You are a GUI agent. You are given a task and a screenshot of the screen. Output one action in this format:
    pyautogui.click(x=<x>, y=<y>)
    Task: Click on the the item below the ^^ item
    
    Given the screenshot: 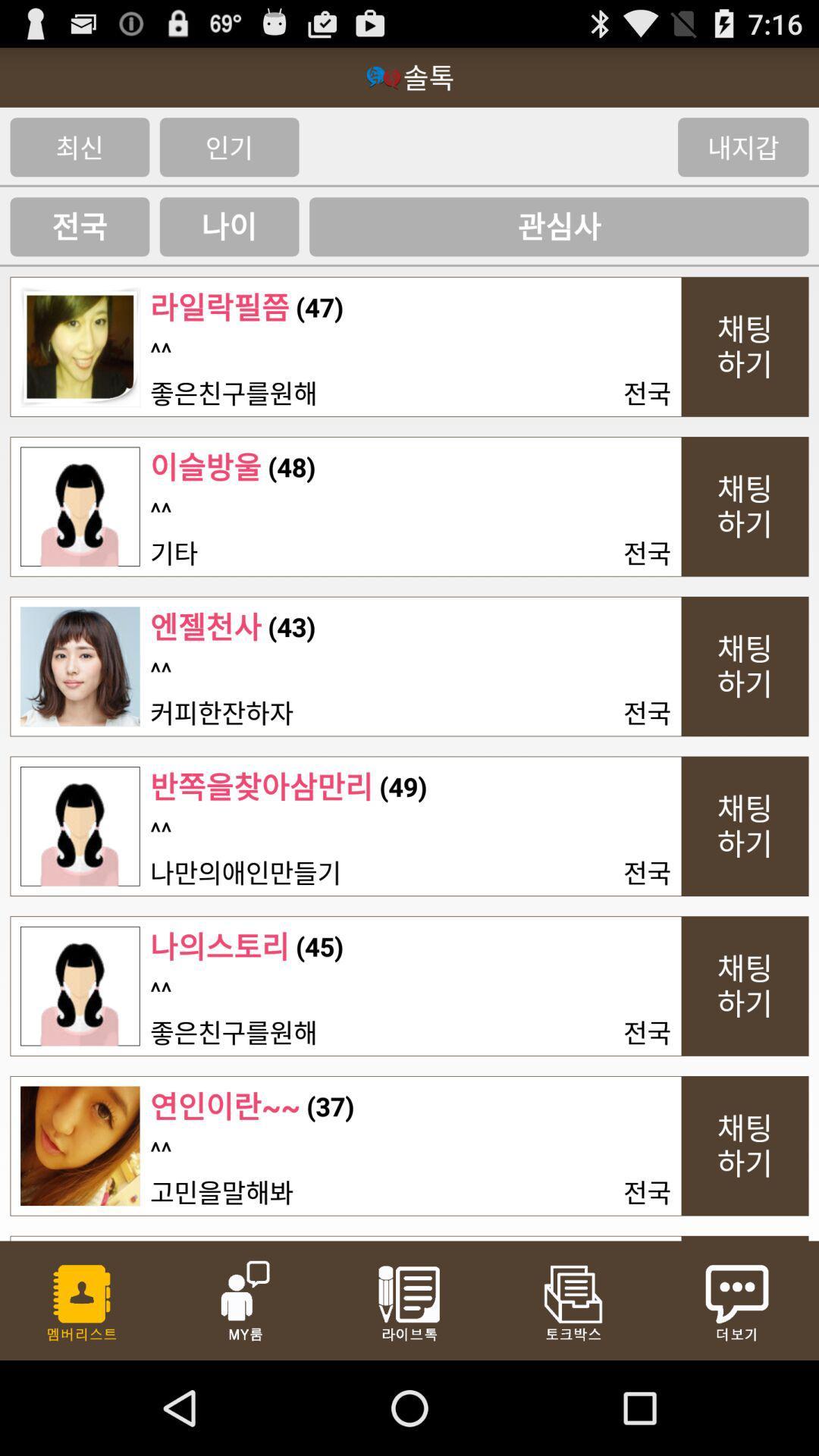 What is the action you would take?
    pyautogui.click(x=234, y=391)
    